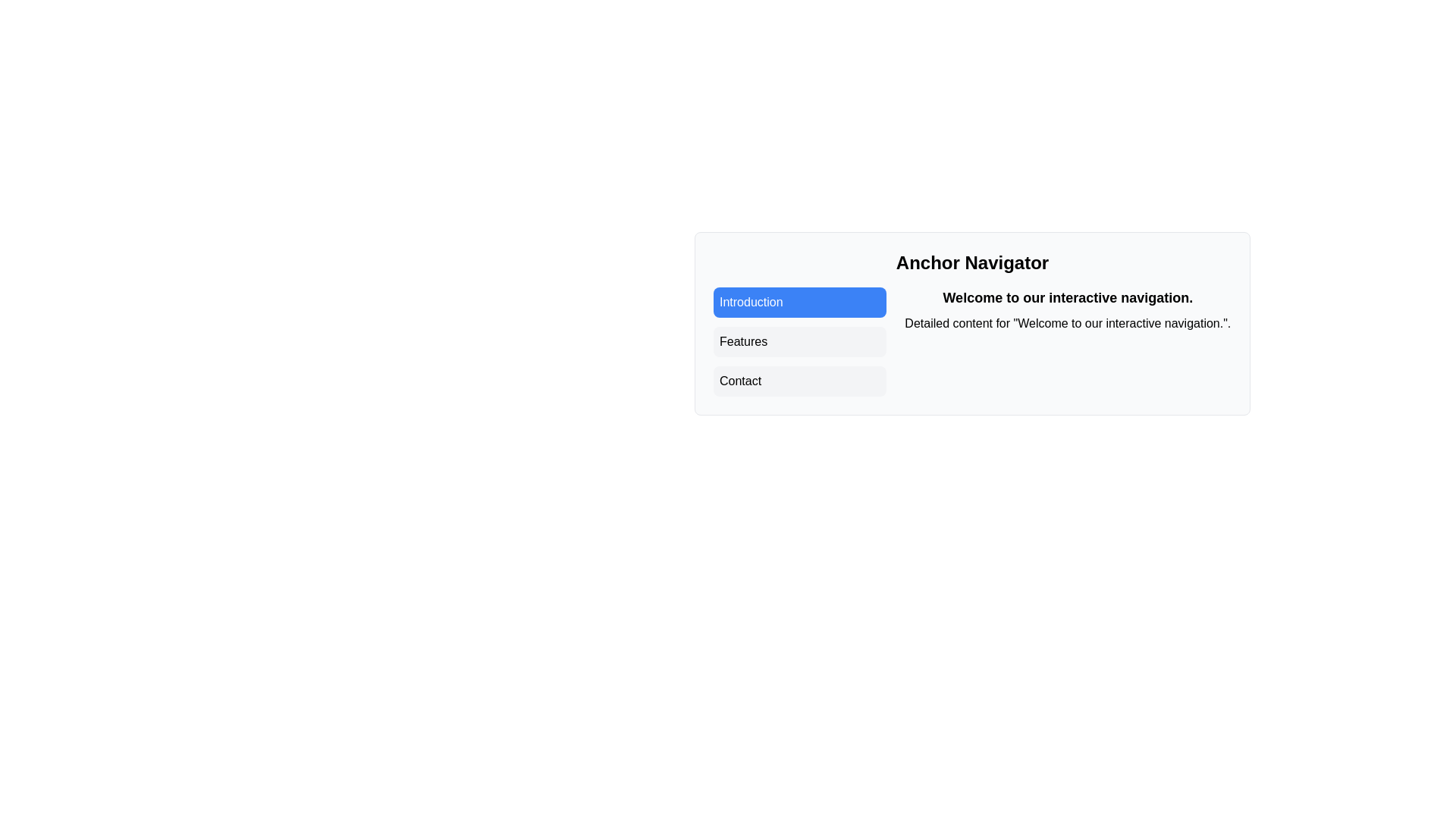 The height and width of the screenshot is (819, 1456). What do you see at coordinates (799, 302) in the screenshot?
I see `the 'Introduction' button in the navigation panel` at bounding box center [799, 302].